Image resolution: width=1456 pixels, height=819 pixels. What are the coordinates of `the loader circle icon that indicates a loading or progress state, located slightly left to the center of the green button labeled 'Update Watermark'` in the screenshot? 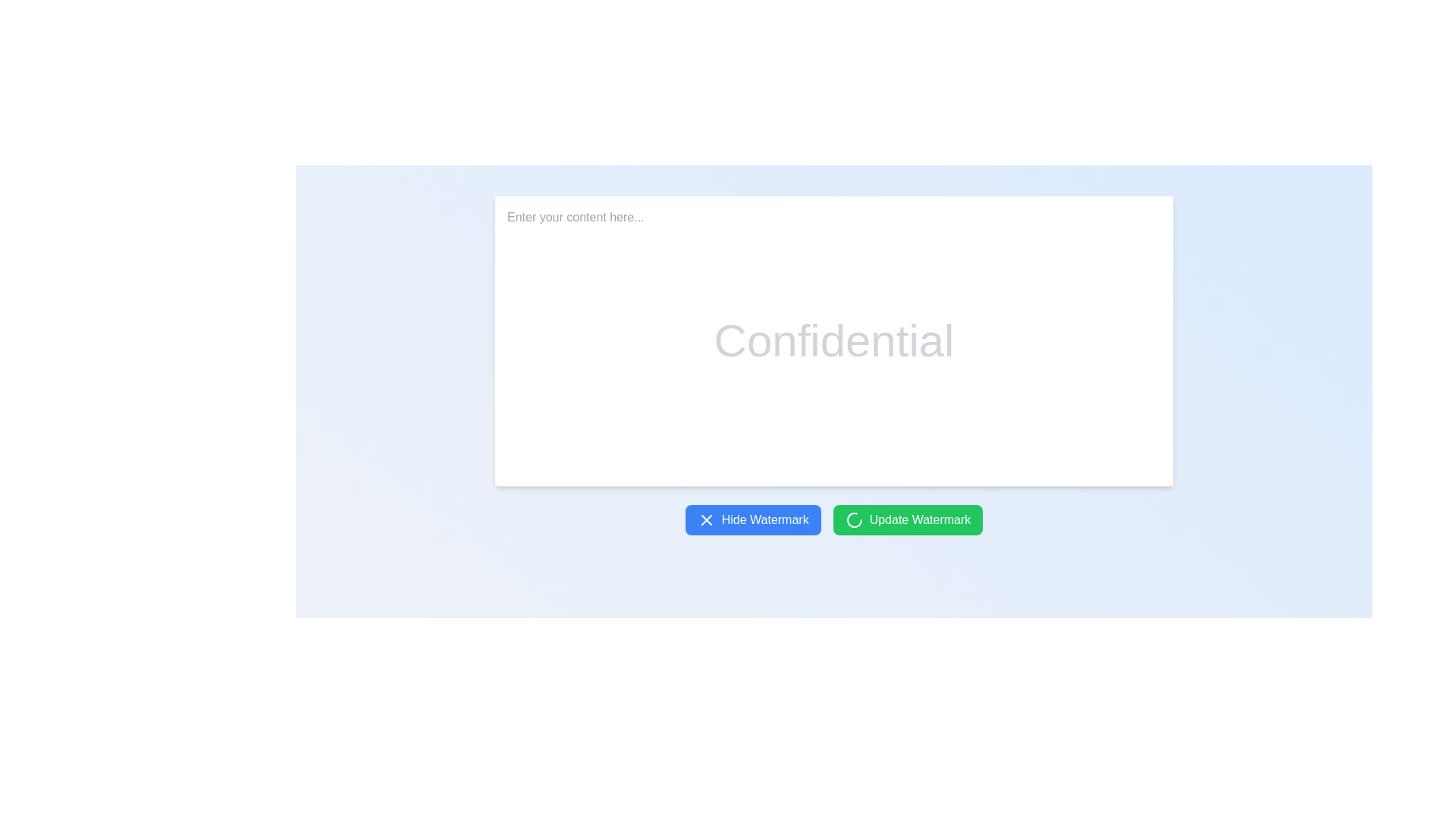 It's located at (854, 519).